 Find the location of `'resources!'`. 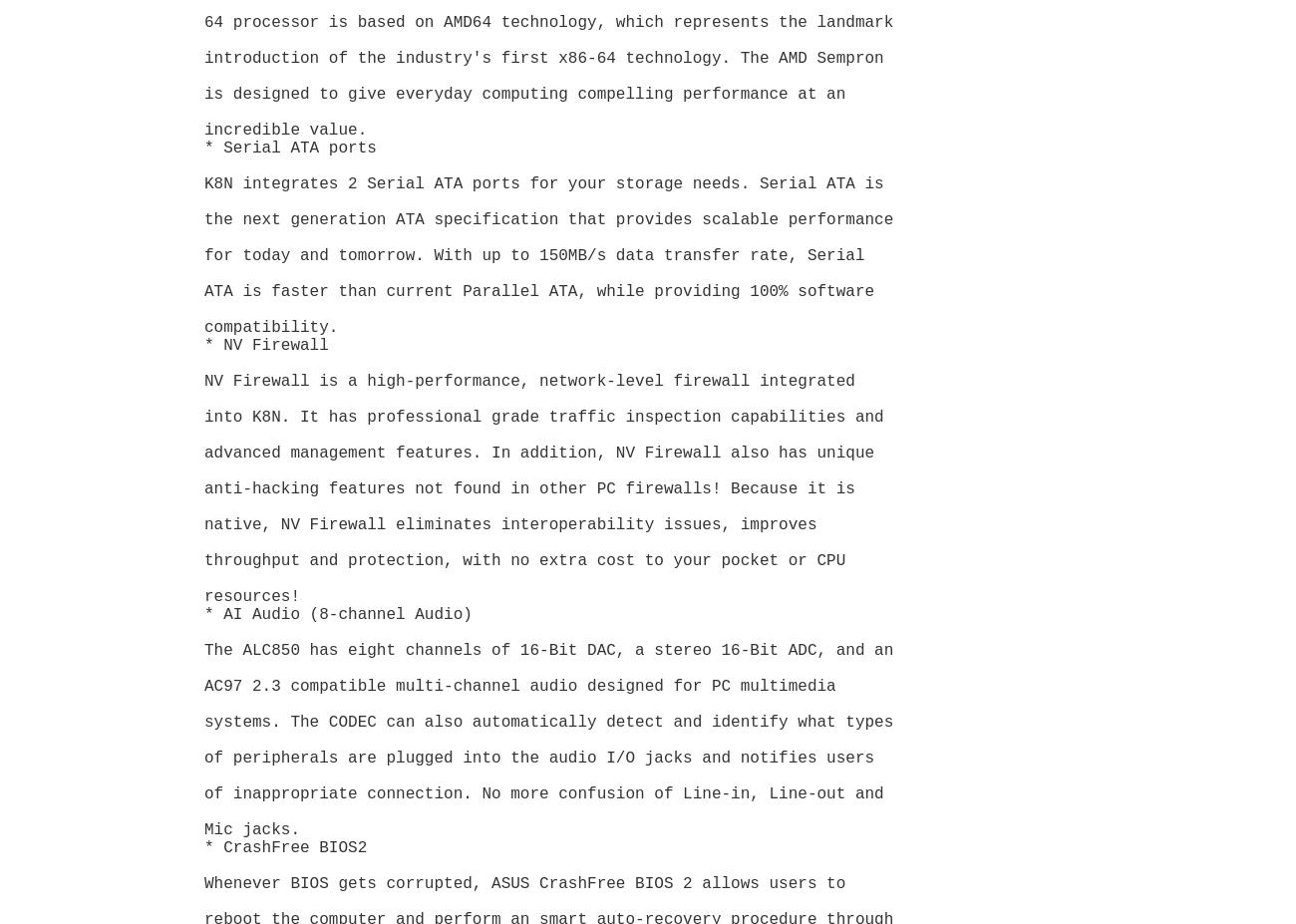

'resources!' is located at coordinates (204, 597).